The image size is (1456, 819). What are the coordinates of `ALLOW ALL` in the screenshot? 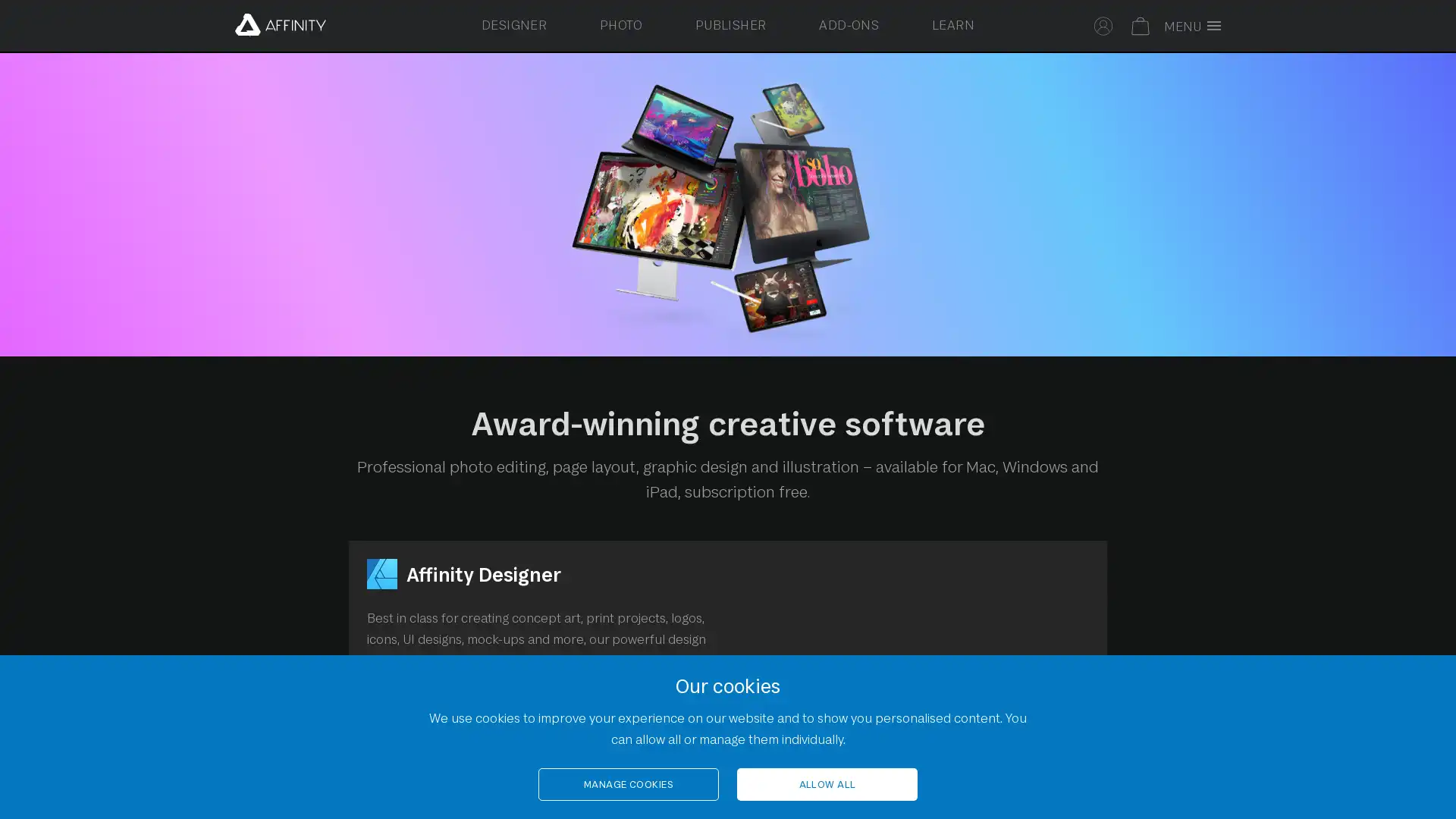 It's located at (826, 784).